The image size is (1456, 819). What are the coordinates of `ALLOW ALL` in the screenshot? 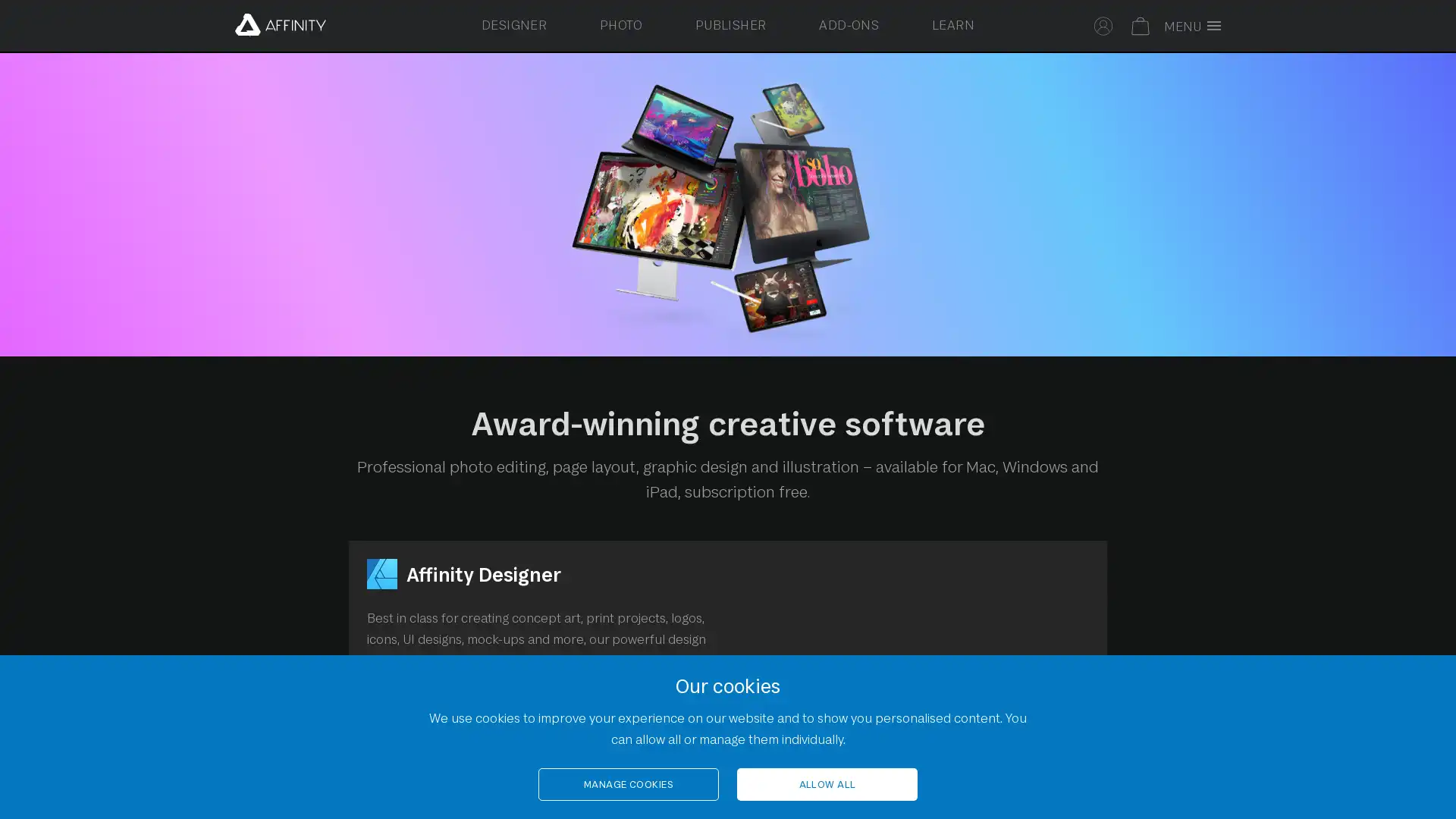 It's located at (826, 784).